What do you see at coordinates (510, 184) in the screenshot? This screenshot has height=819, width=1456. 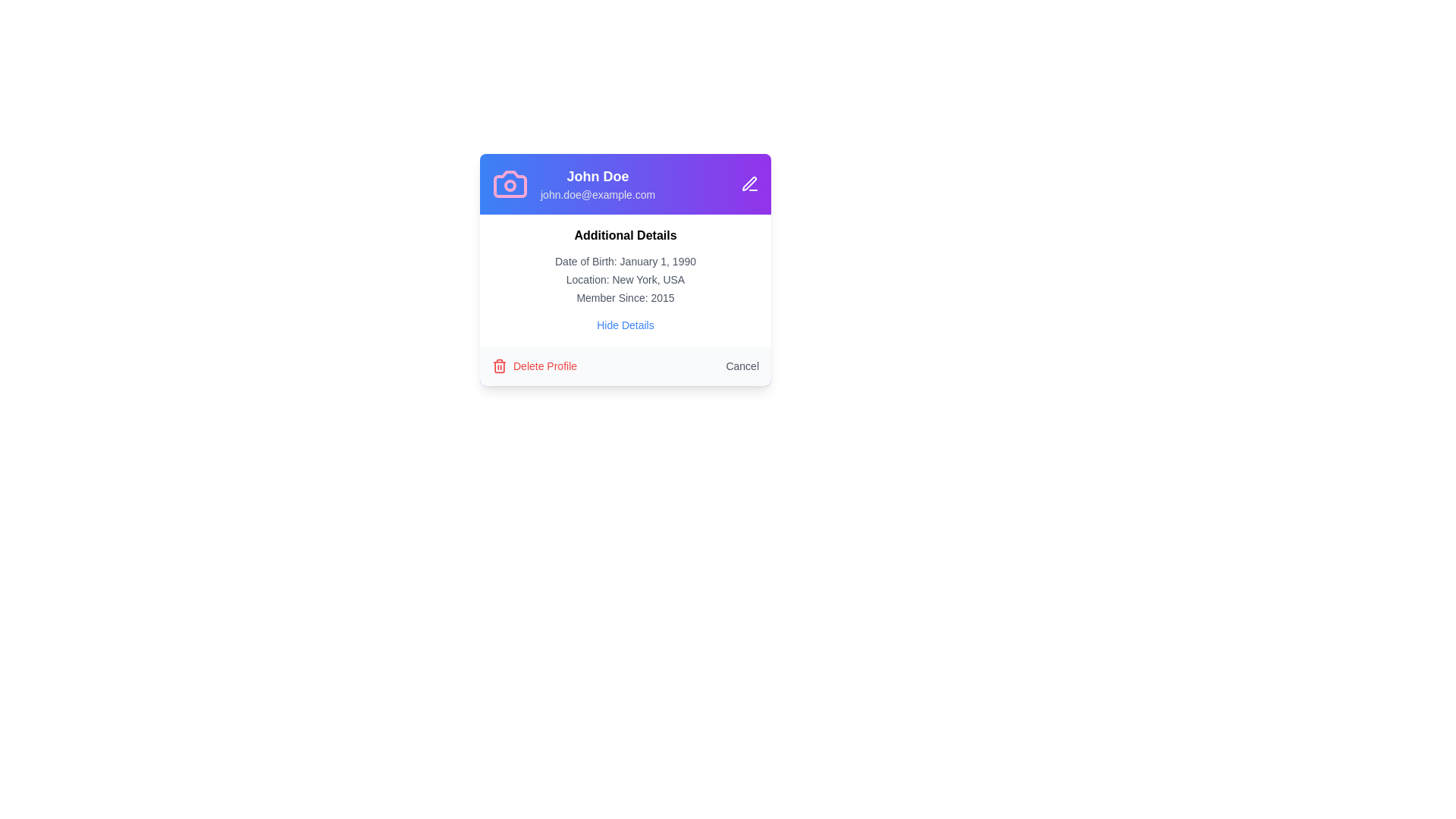 I see `the camera/profile picture icon located in the top-left corner of the user profile header, which symbolizes the profile picture functionality` at bounding box center [510, 184].